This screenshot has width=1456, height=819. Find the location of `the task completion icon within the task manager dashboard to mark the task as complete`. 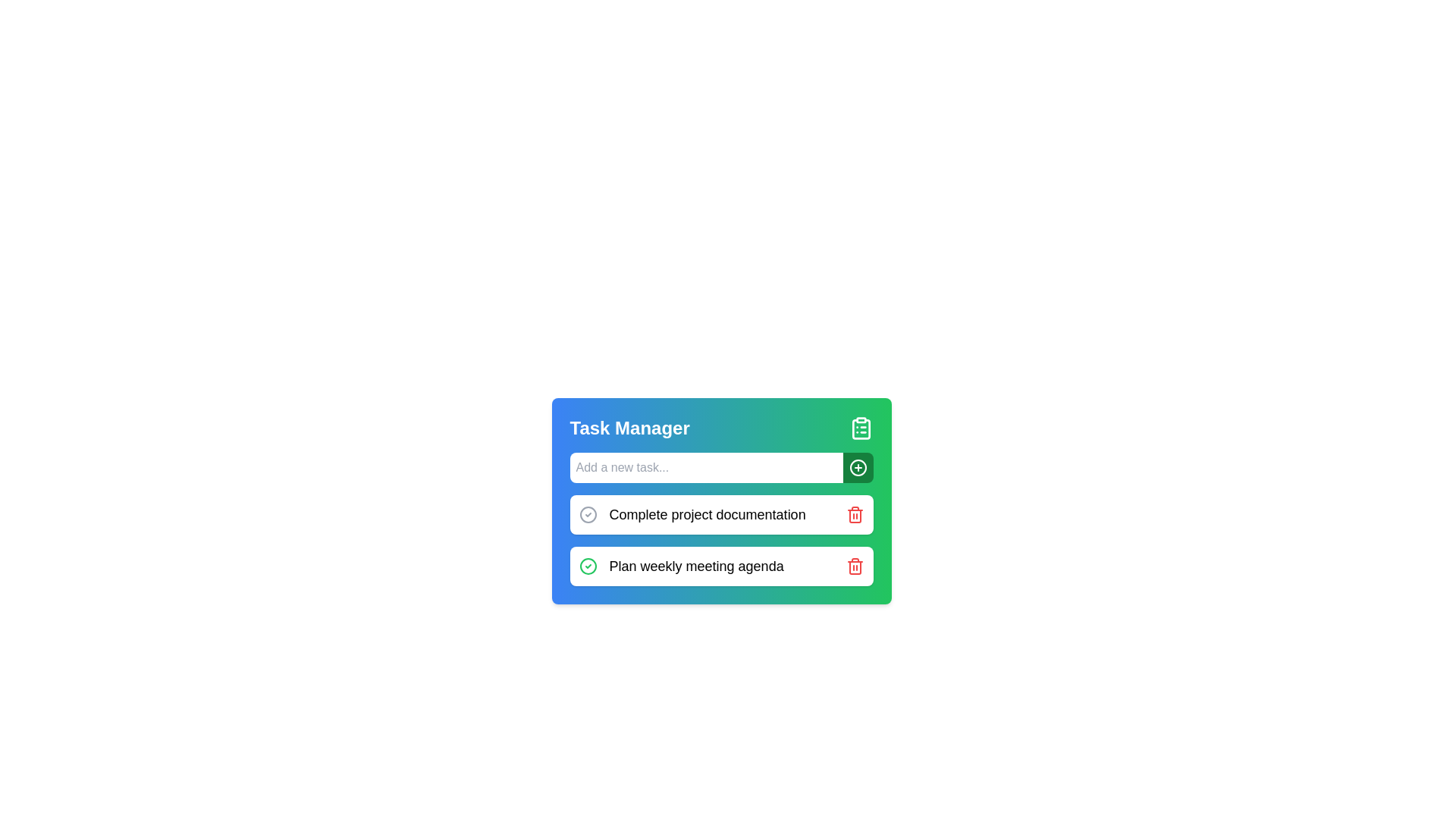

the task completion icon within the task manager dashboard to mark the task as complete is located at coordinates (720, 544).